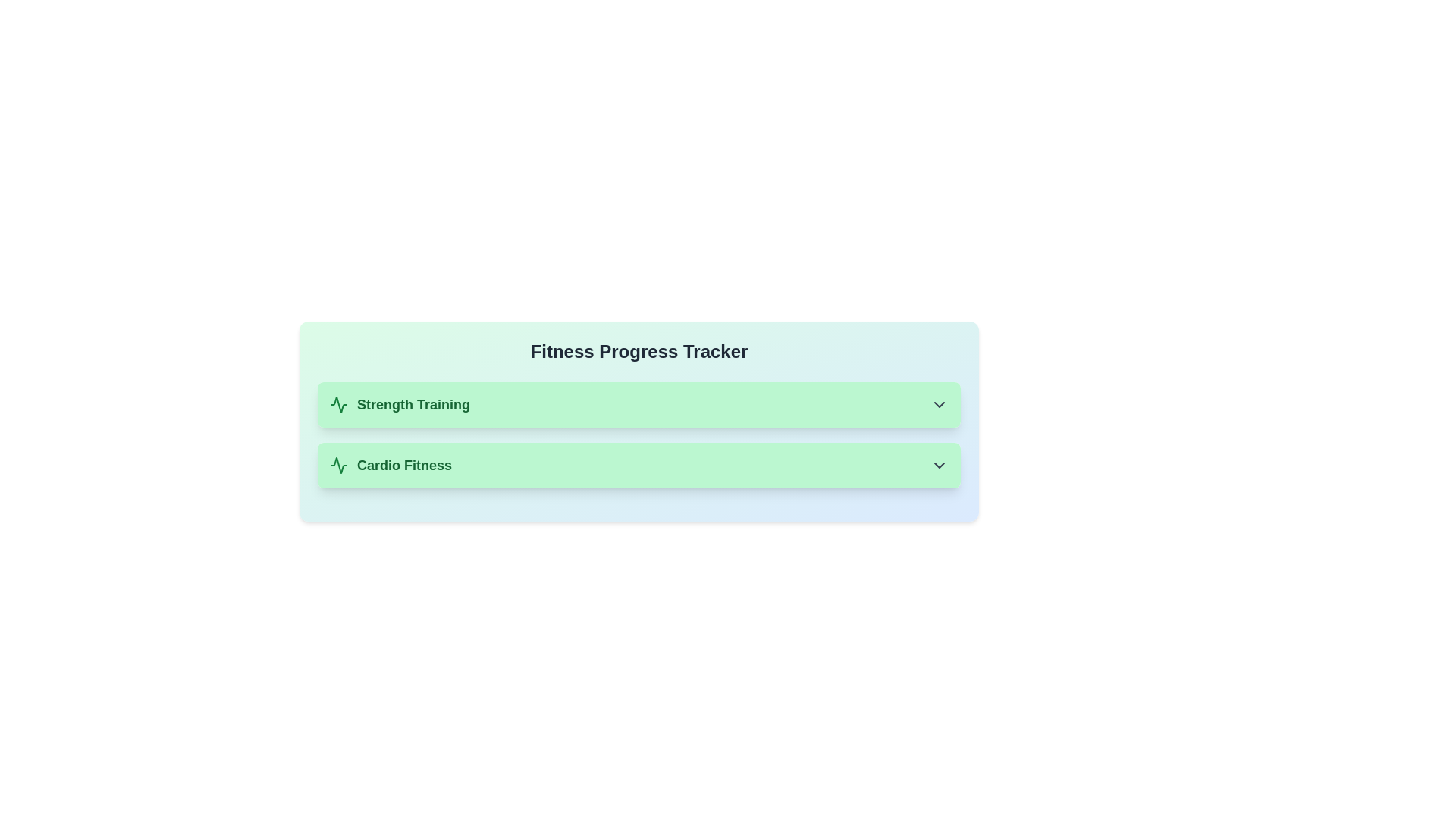 This screenshot has width=1456, height=819. Describe the element at coordinates (639, 464) in the screenshot. I see `the 'Cardio Fitness' section card` at that location.